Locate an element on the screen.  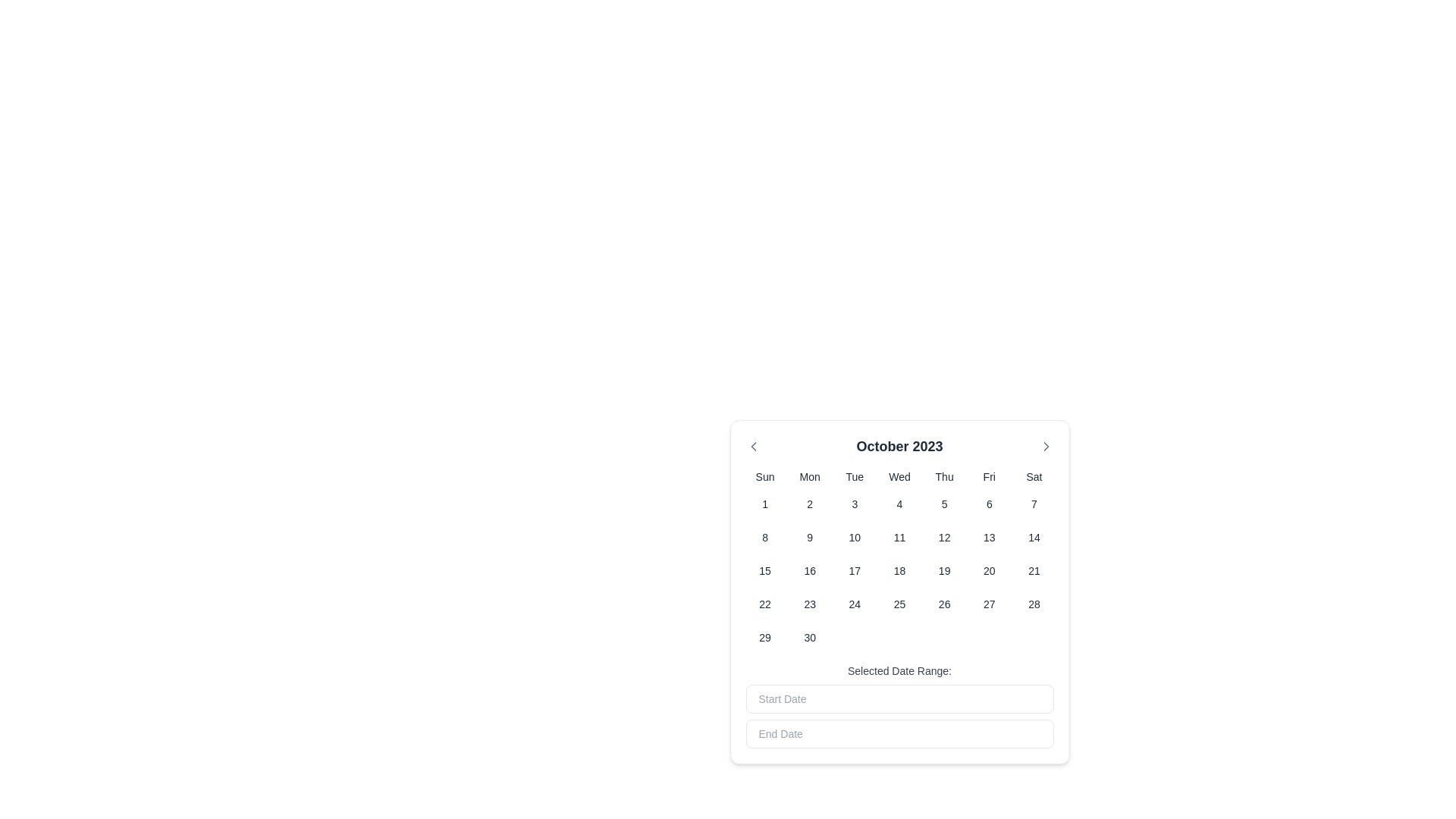
the small, rounded rectangle button displaying the number '21' is located at coordinates (1033, 570).